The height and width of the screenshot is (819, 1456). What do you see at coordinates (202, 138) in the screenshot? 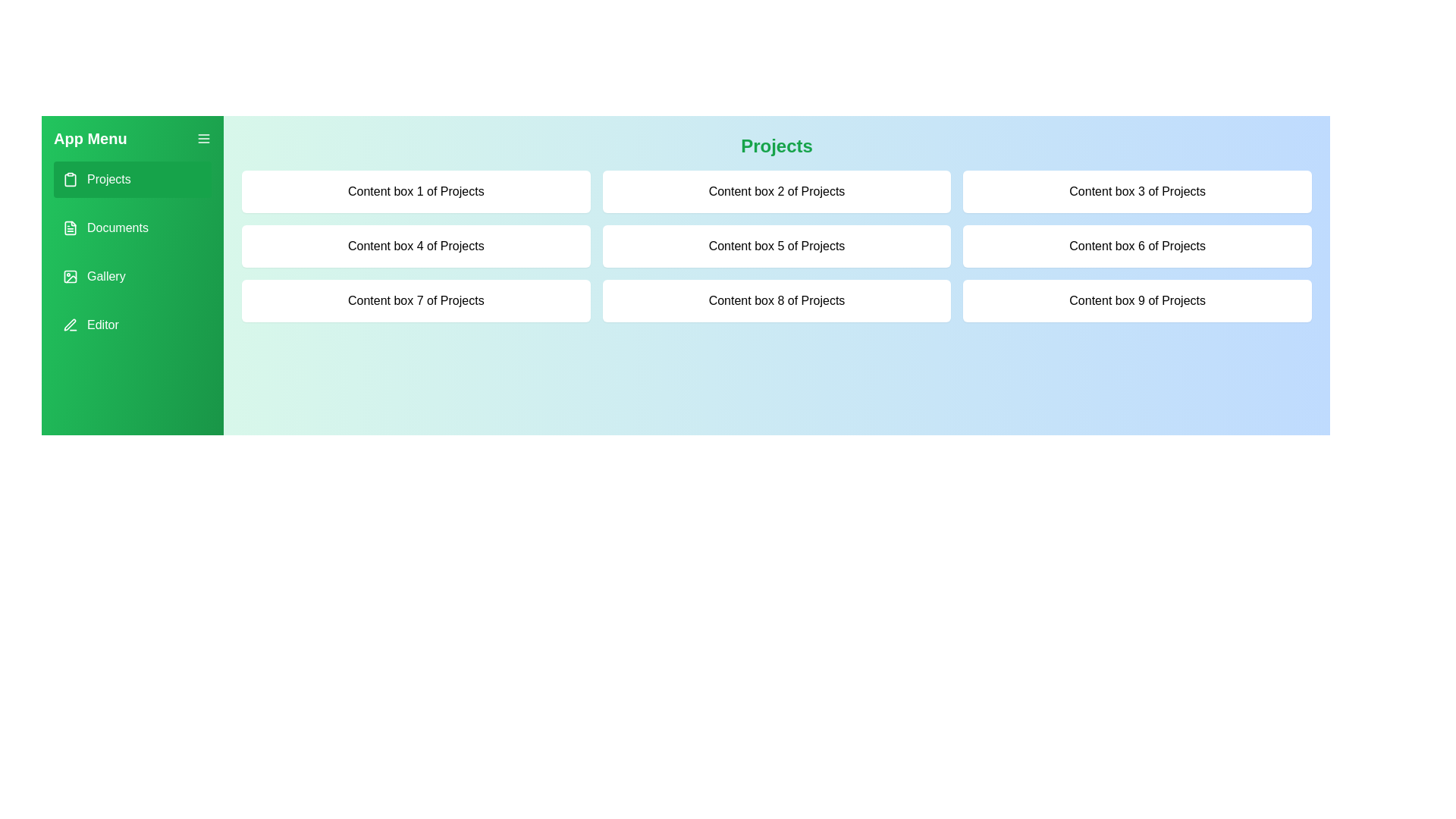
I see `the menu button to toggle the drawer menu visibility` at bounding box center [202, 138].